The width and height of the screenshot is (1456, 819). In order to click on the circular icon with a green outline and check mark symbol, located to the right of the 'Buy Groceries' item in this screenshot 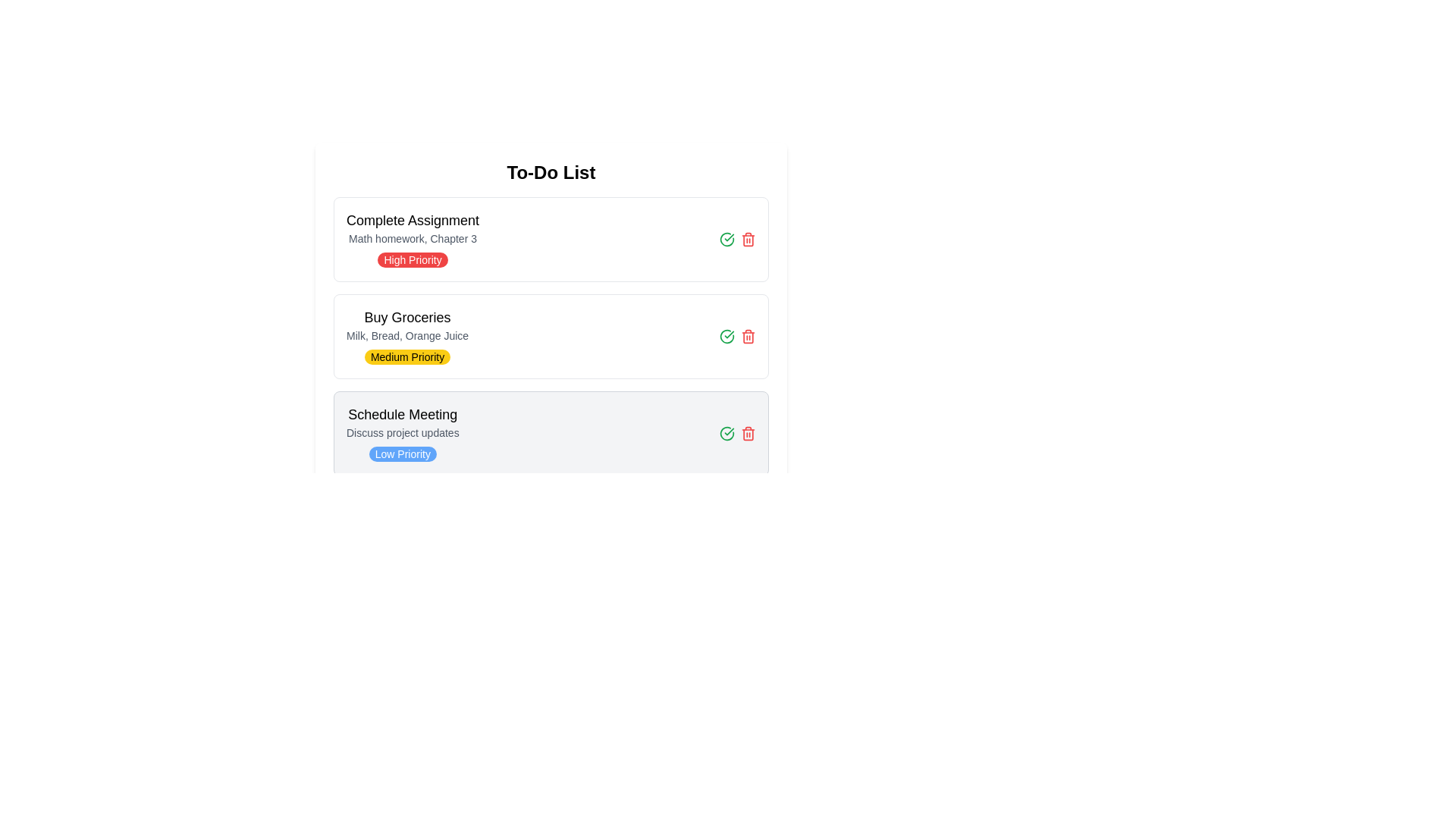, I will do `click(726, 239)`.